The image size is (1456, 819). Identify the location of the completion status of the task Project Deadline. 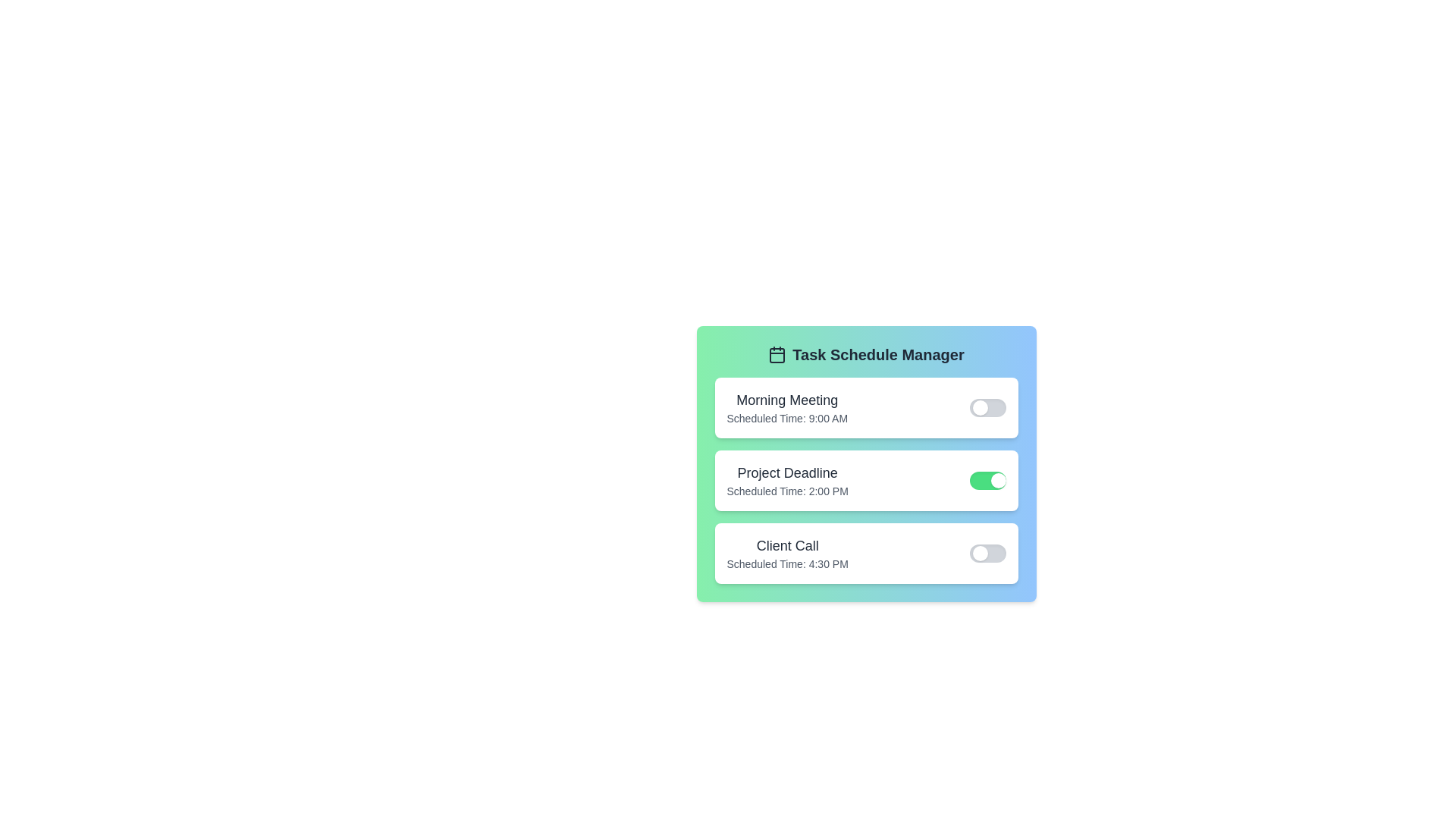
(987, 480).